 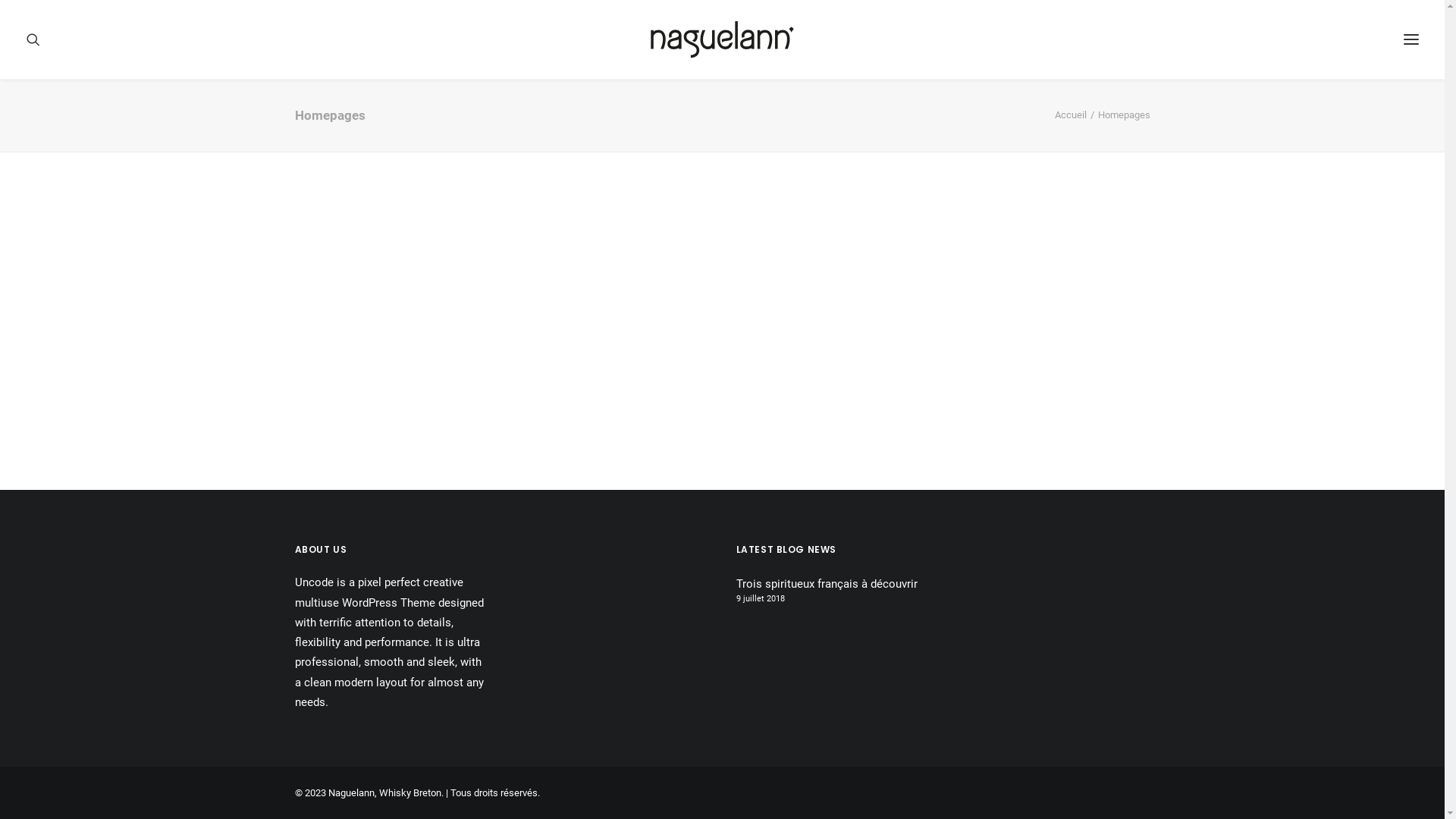 What do you see at coordinates (1069, 114) in the screenshot?
I see `'Accueil'` at bounding box center [1069, 114].